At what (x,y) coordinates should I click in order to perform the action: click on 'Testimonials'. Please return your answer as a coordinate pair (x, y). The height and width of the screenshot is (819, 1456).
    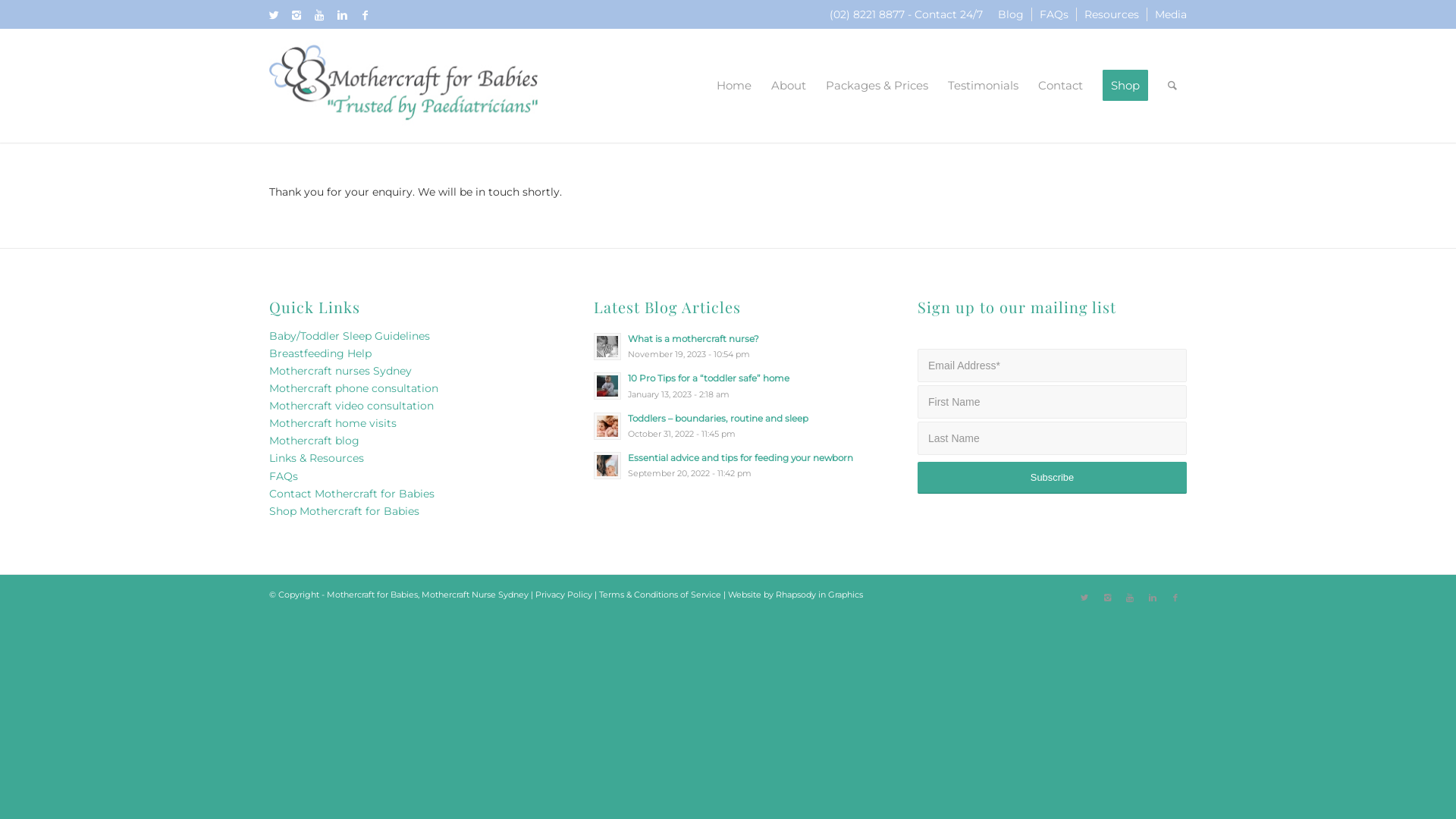
    Looking at the image, I should click on (983, 85).